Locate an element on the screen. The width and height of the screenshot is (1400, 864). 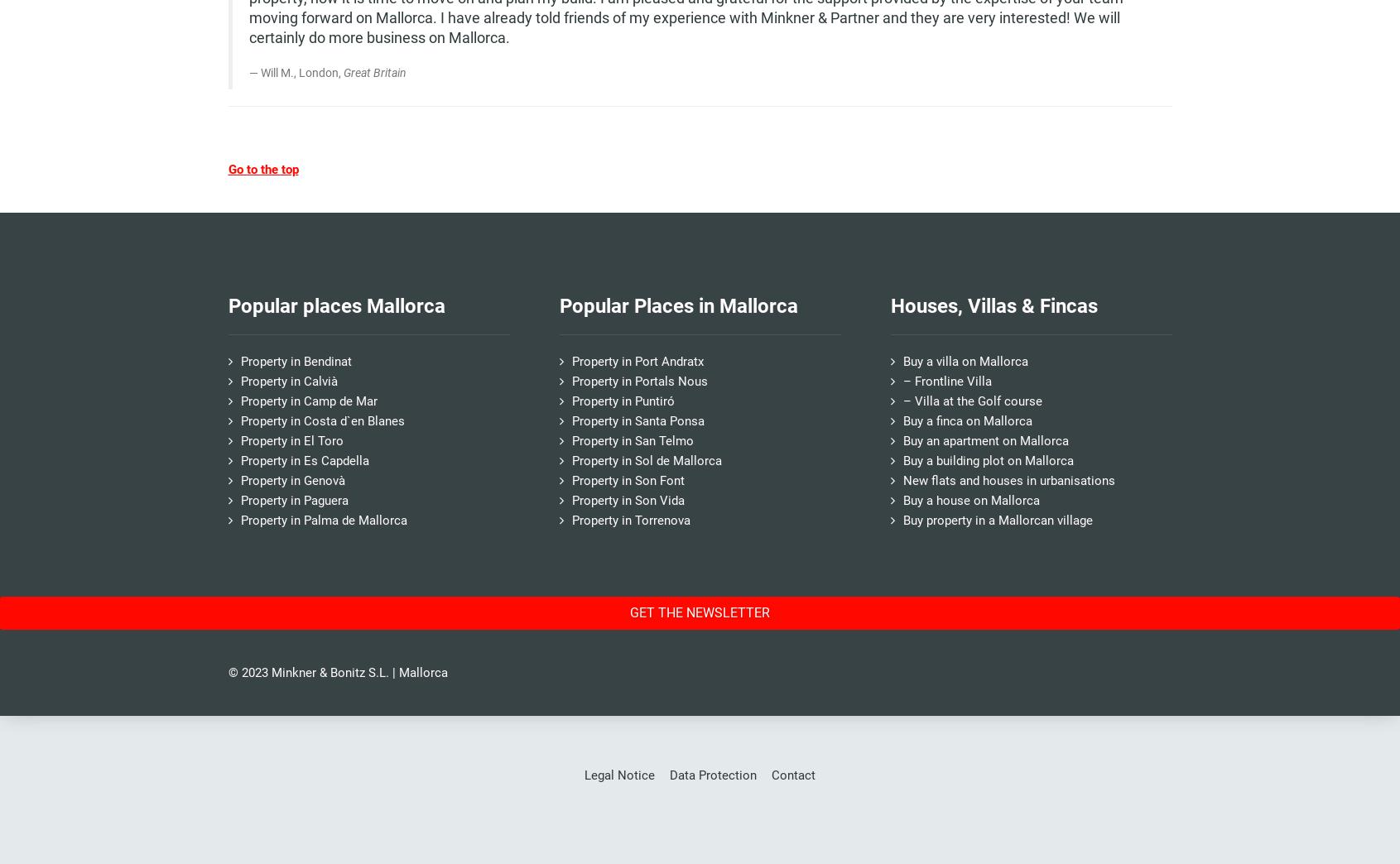
'Buy an apartment on Mallorca' is located at coordinates (984, 439).